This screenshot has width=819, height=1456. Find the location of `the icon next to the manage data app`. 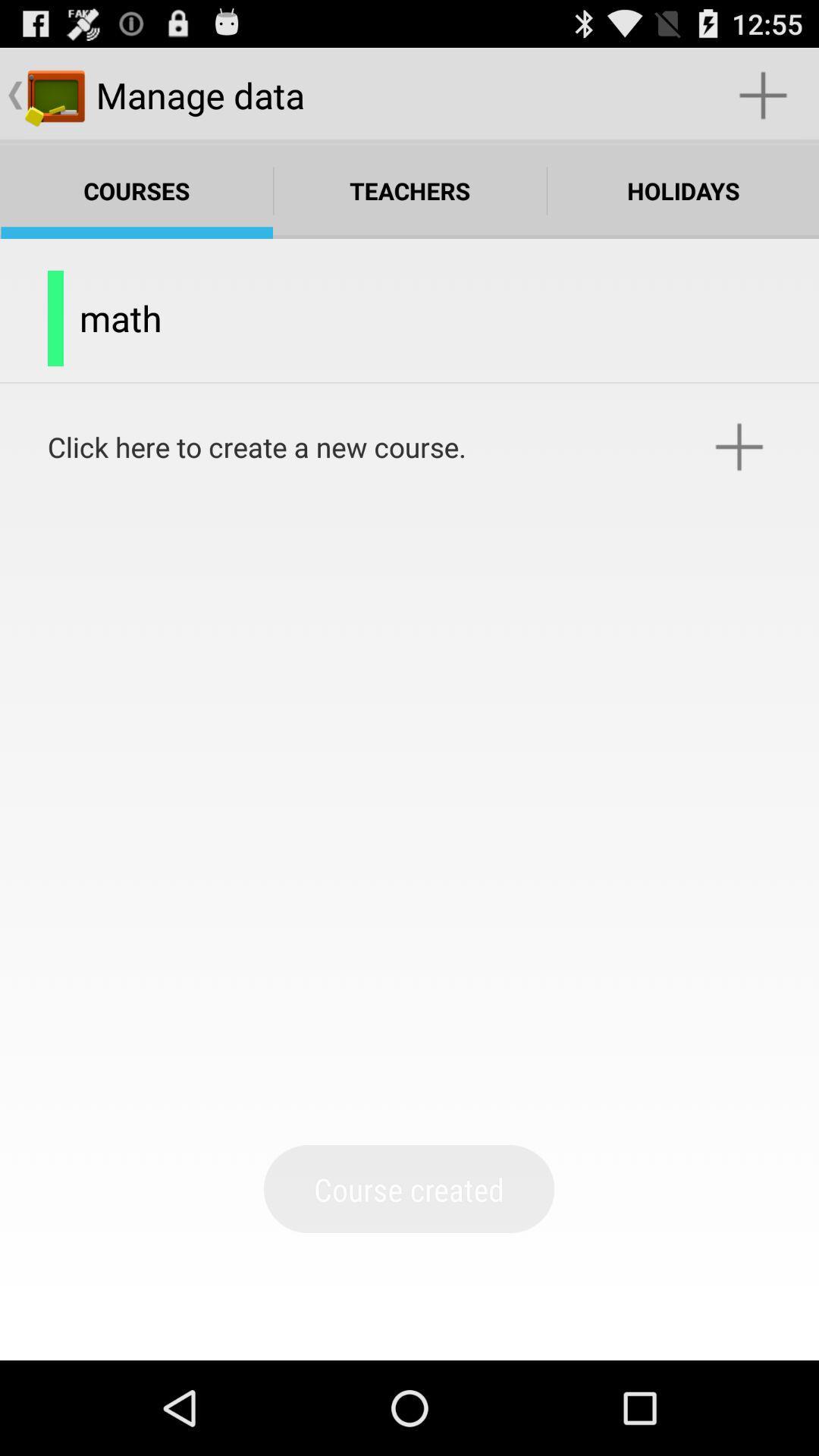

the icon next to the manage data app is located at coordinates (763, 94).